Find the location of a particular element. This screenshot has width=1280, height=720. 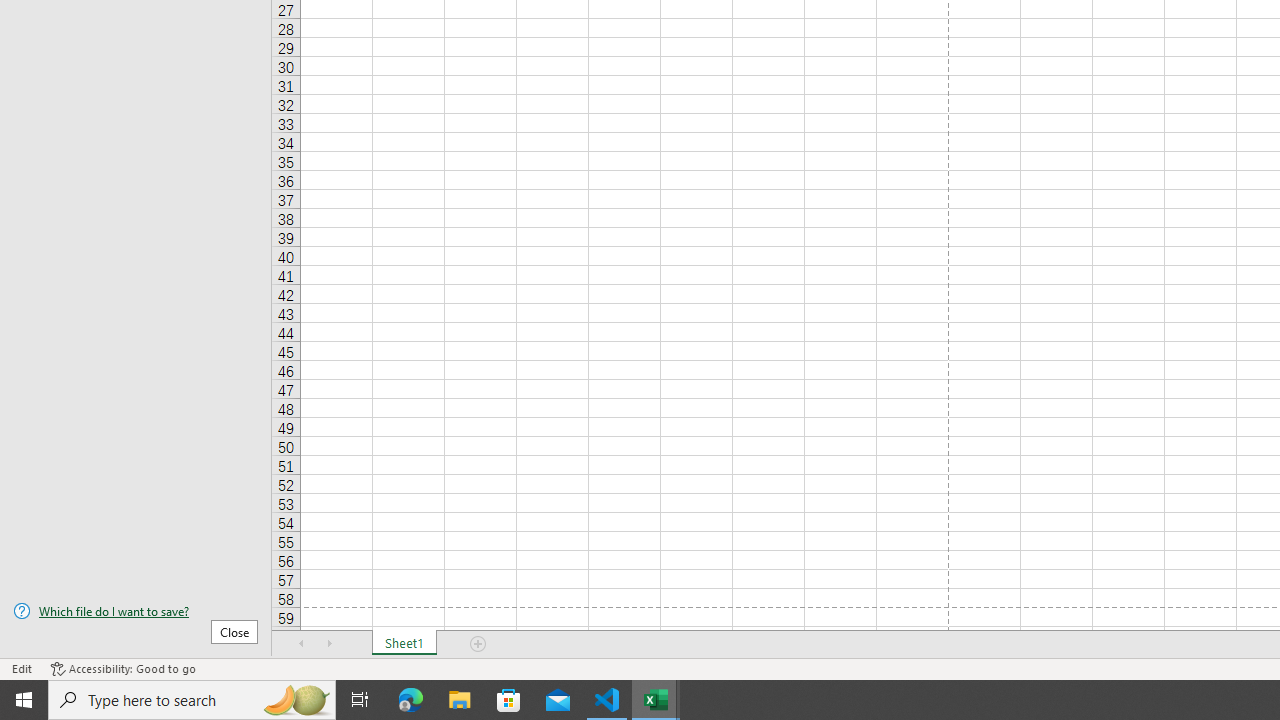

'Add Sheet' is located at coordinates (477, 644).